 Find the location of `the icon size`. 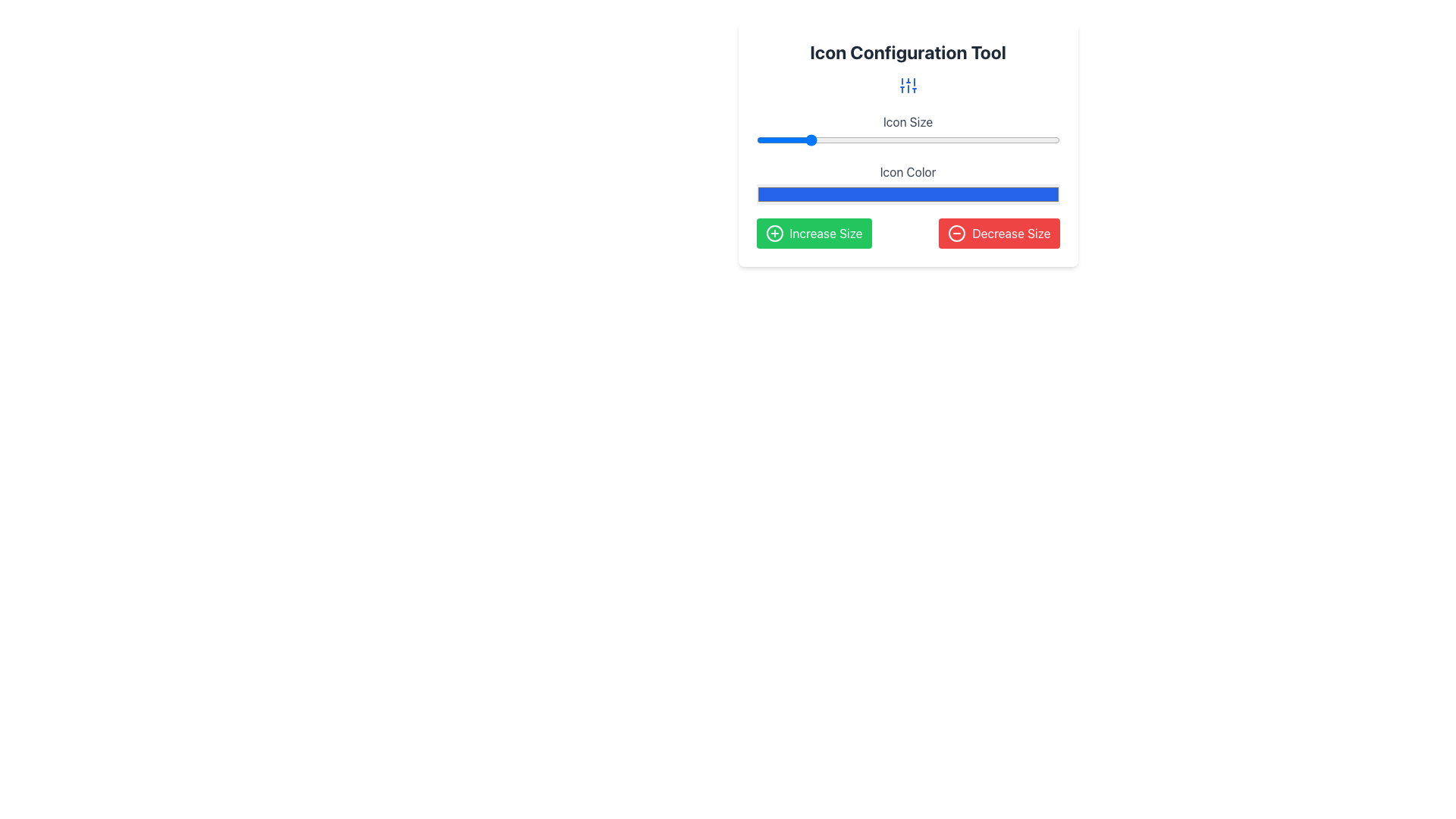

the icon size is located at coordinates (977, 140).